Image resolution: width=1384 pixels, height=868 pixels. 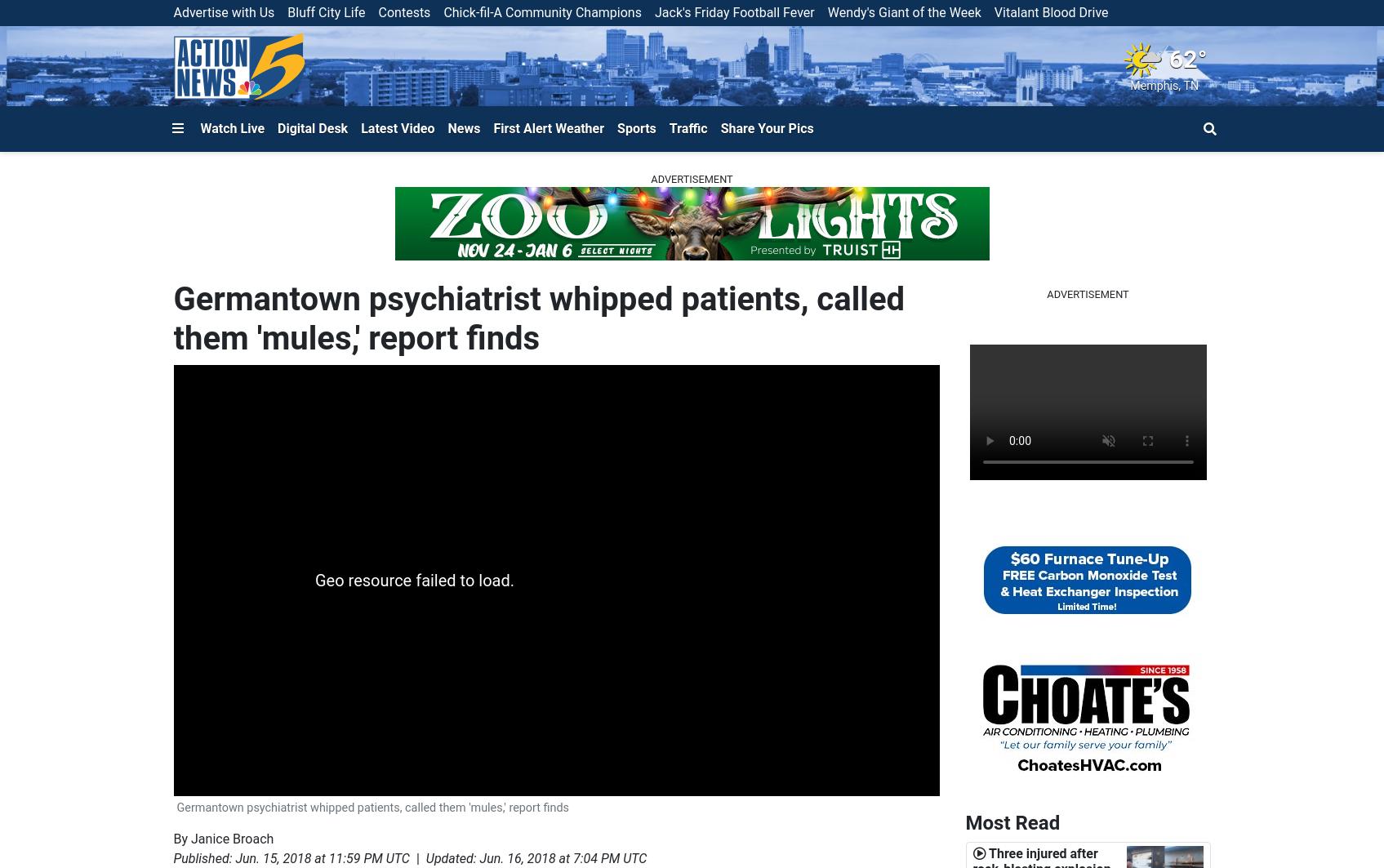 What do you see at coordinates (1128, 86) in the screenshot?
I see `'Memphis'` at bounding box center [1128, 86].